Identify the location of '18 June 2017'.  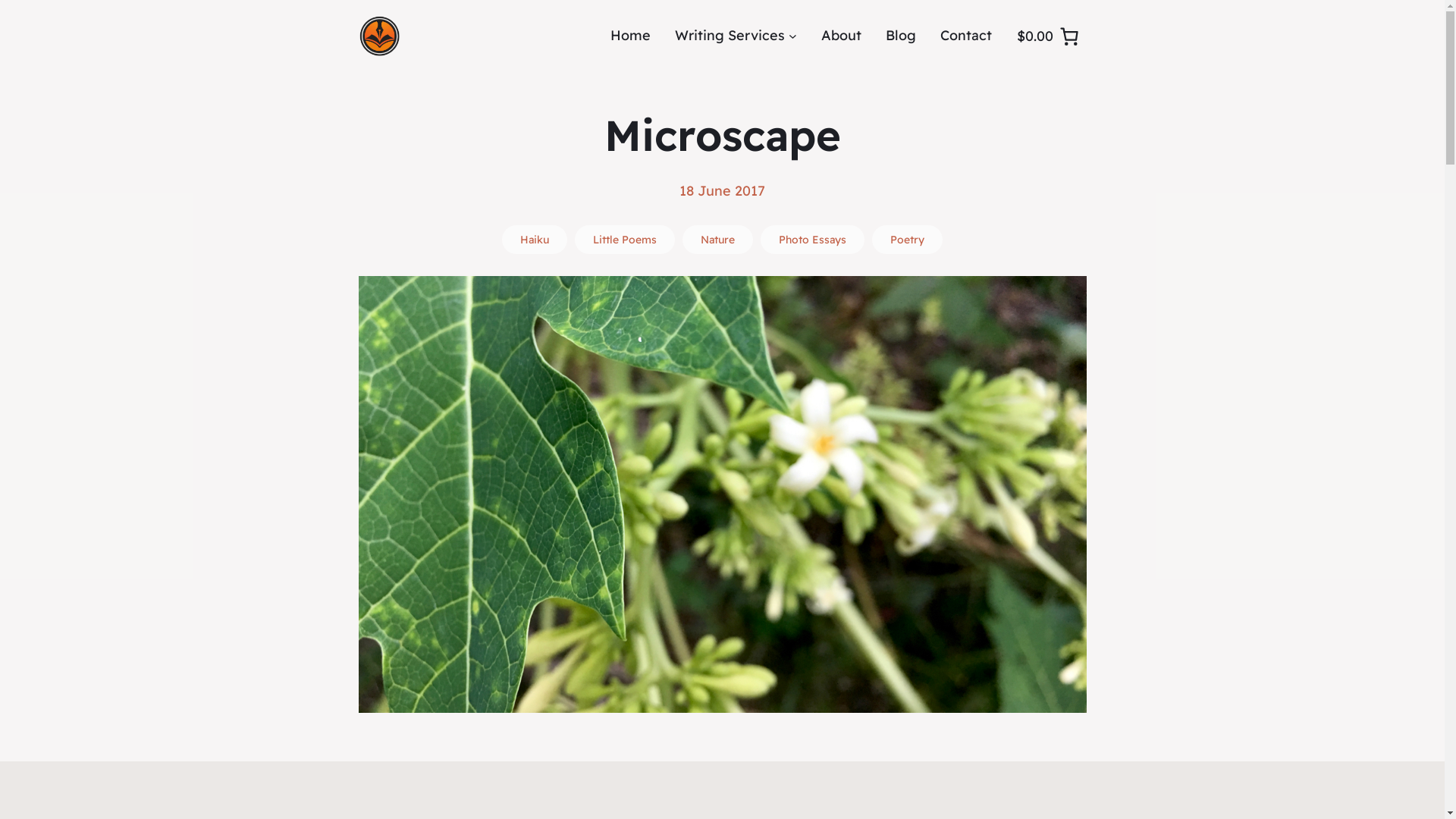
(721, 190).